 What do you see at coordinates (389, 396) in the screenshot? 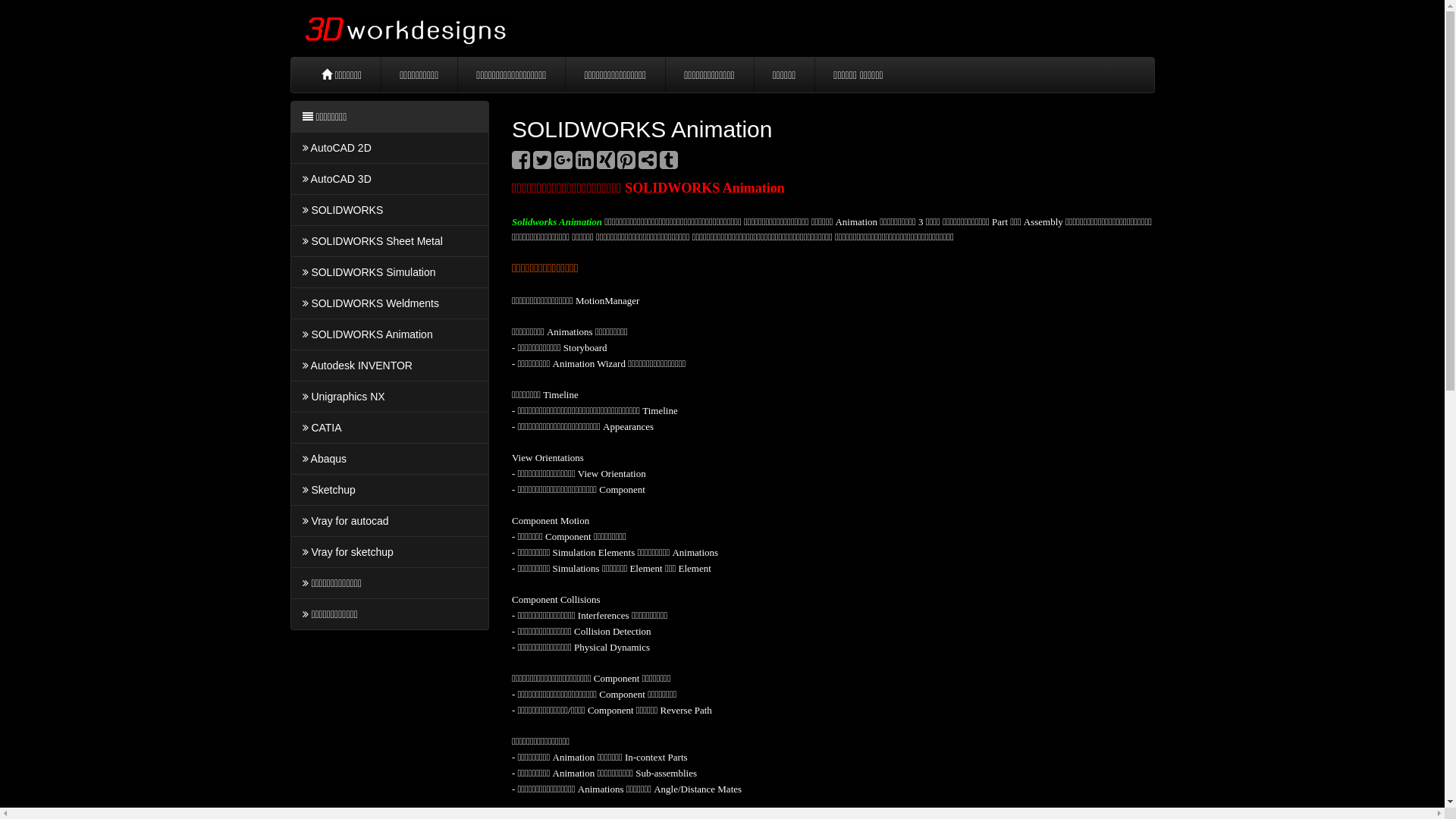
I see `'Unigraphics NX'` at bounding box center [389, 396].